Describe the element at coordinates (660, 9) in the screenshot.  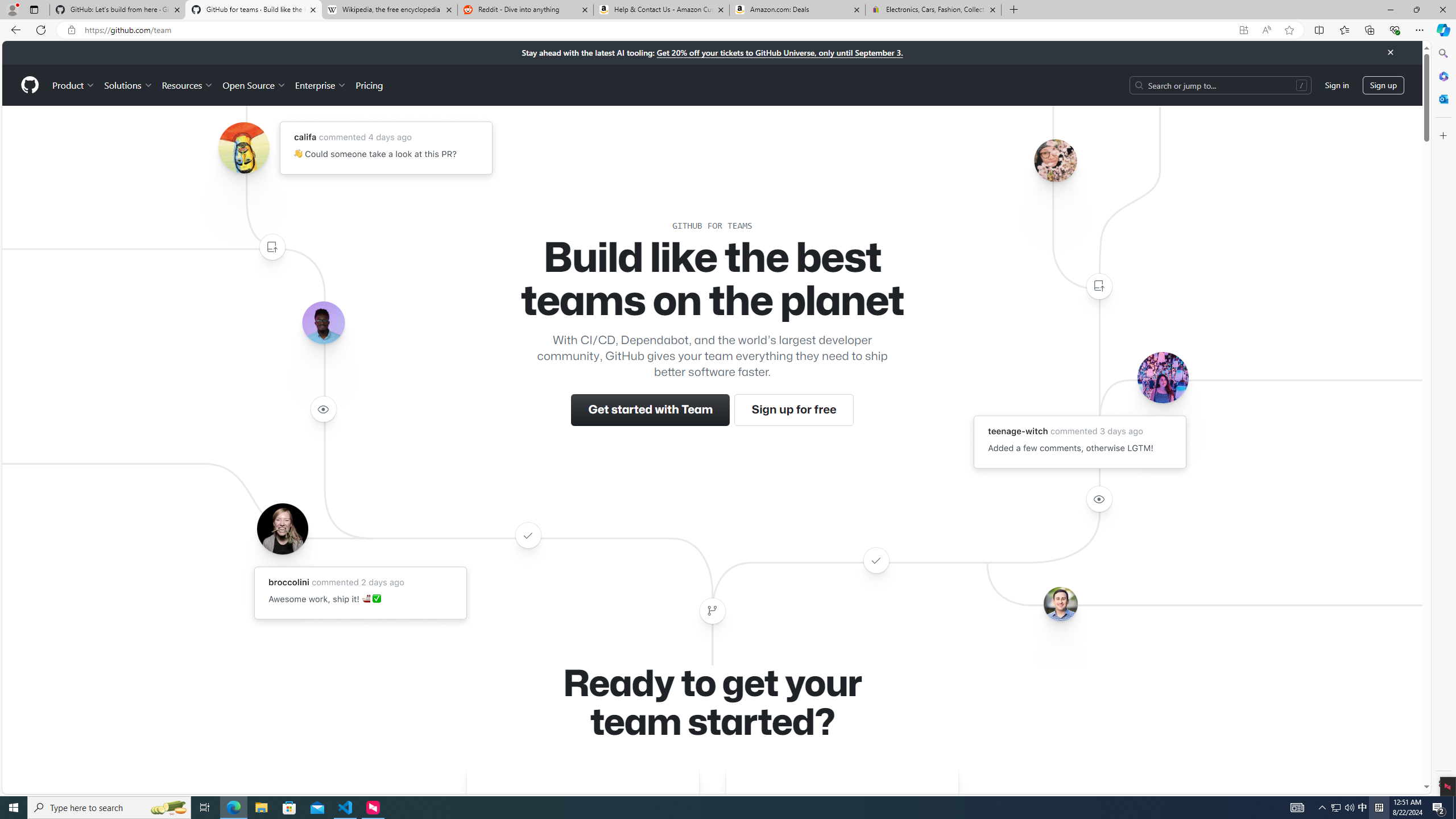
I see `'Help & Contact Us - Amazon Customer Service'` at that location.